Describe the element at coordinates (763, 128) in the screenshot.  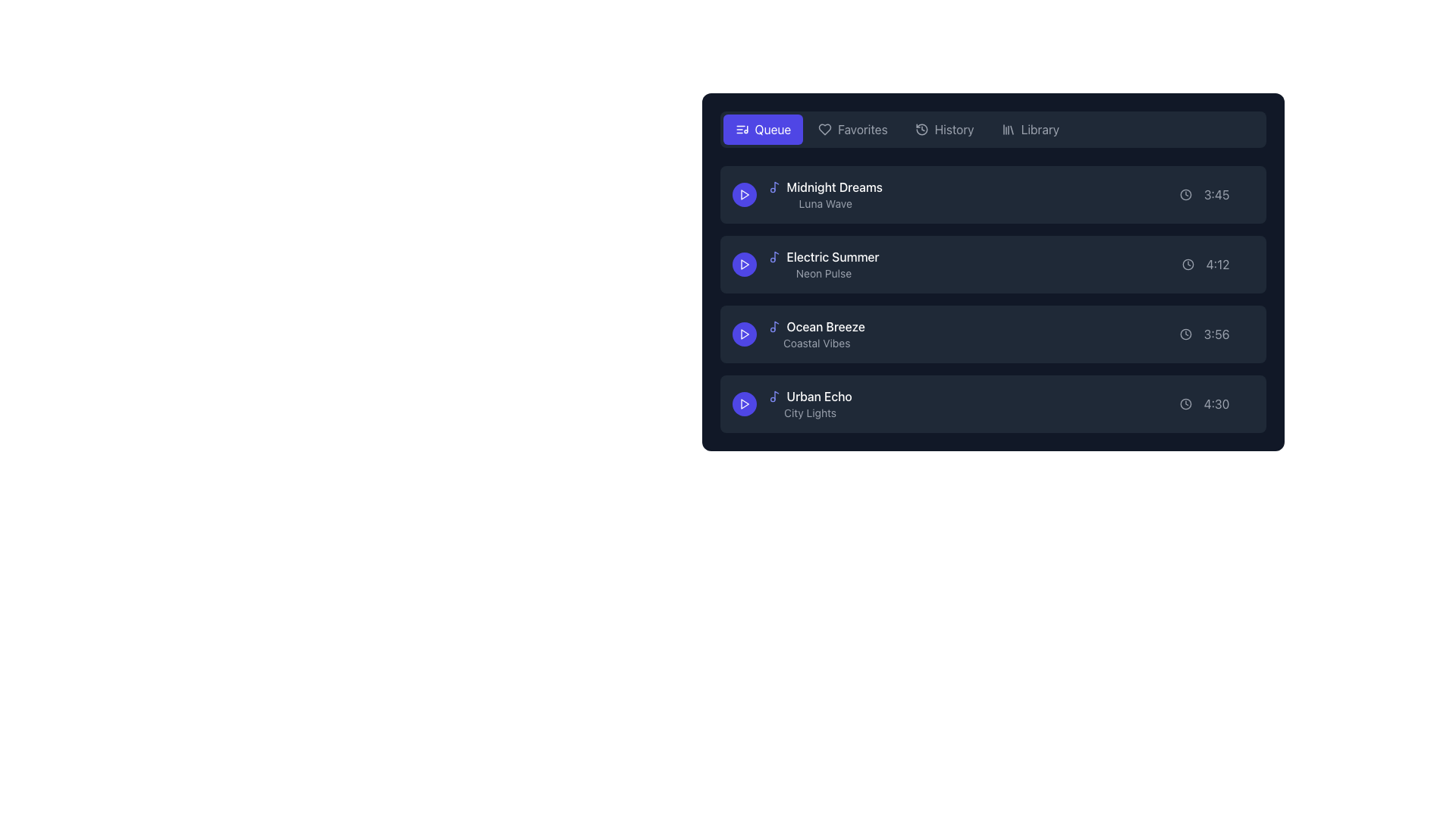
I see `the leftmost button in the horizontal navigation bar` at that location.